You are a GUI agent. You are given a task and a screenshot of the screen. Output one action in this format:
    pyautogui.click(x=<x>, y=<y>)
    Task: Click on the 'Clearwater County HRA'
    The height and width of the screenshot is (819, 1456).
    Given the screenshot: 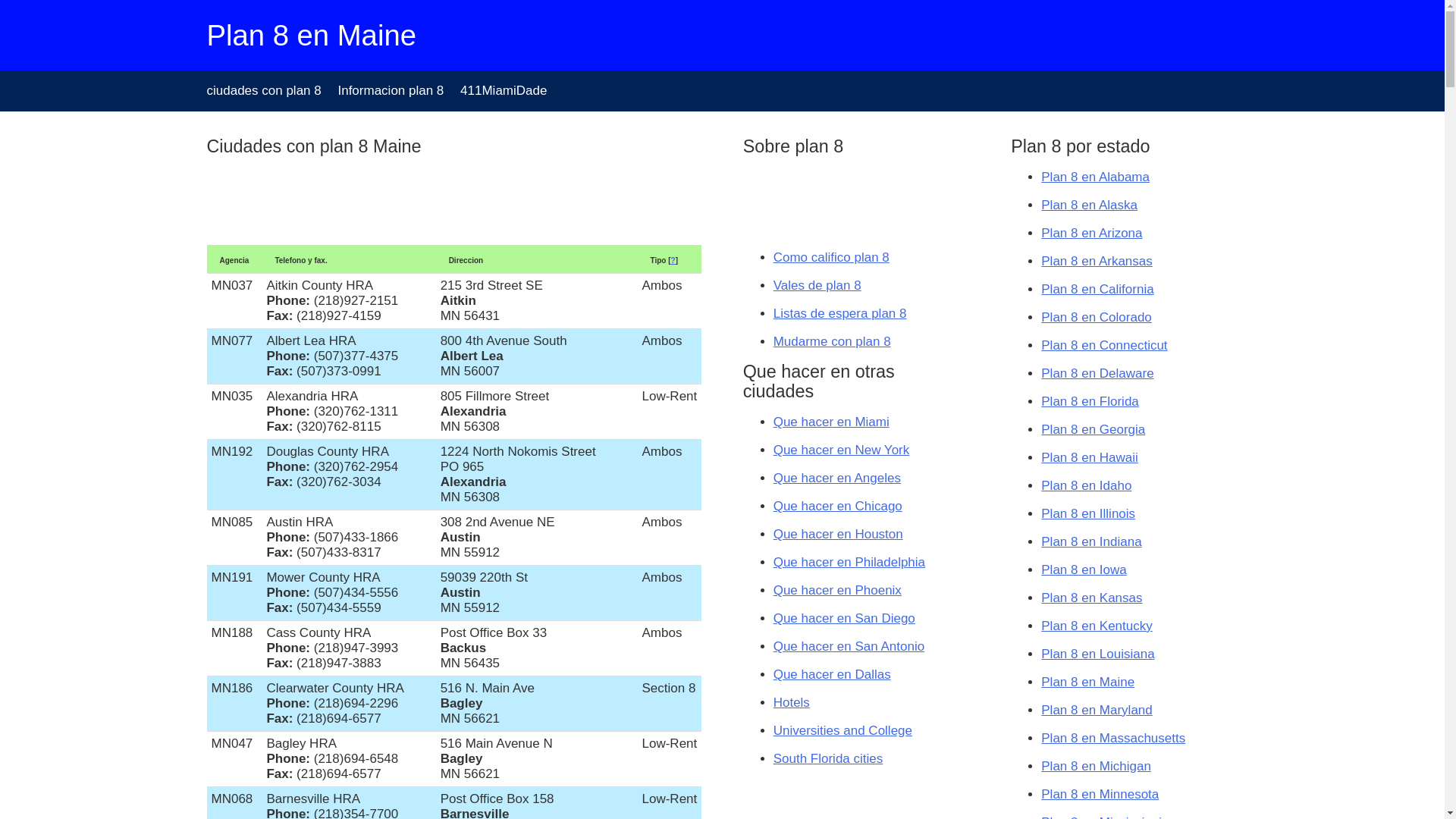 What is the action you would take?
    pyautogui.click(x=334, y=688)
    